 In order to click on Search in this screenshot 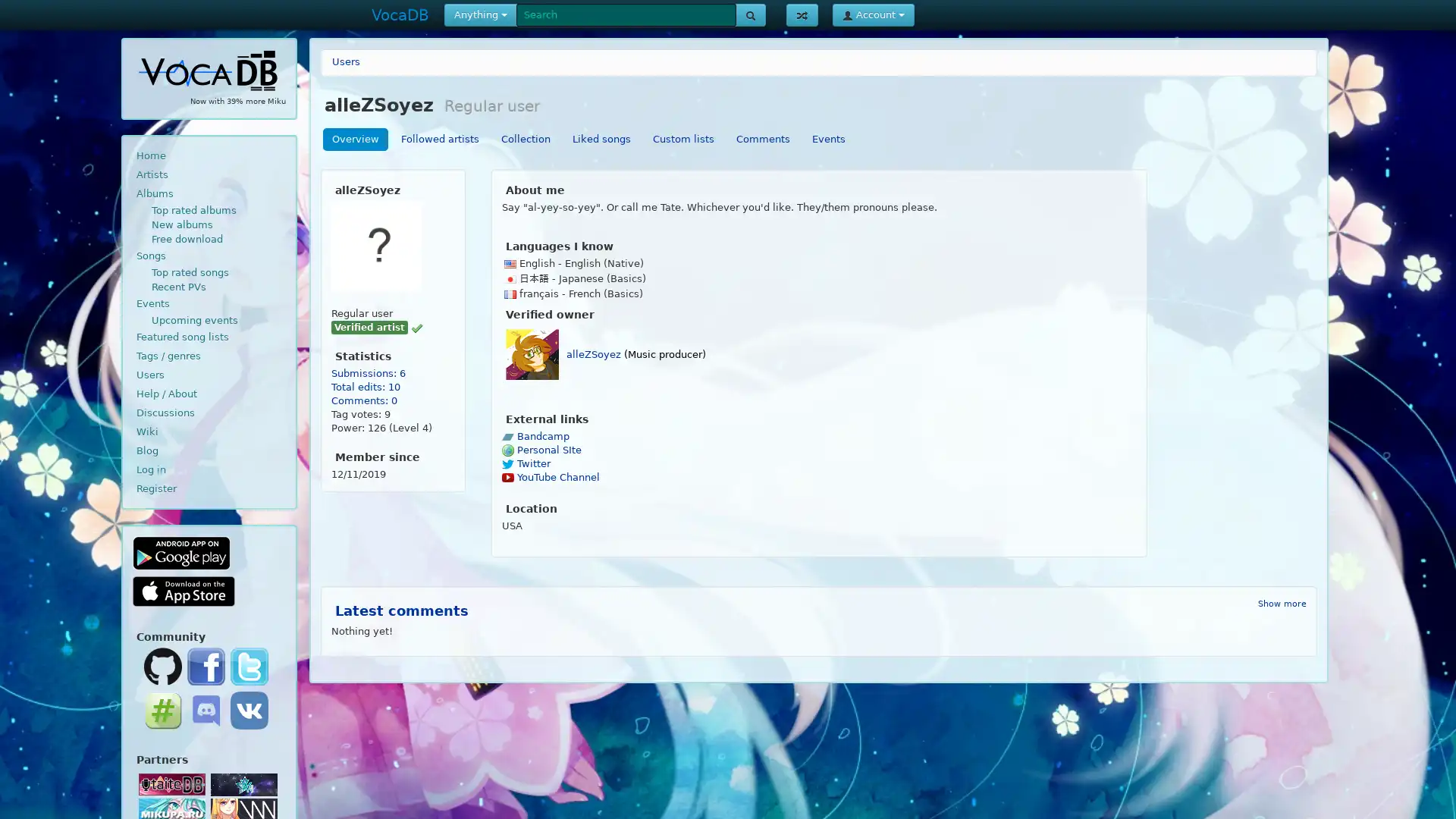, I will do `click(750, 14)`.